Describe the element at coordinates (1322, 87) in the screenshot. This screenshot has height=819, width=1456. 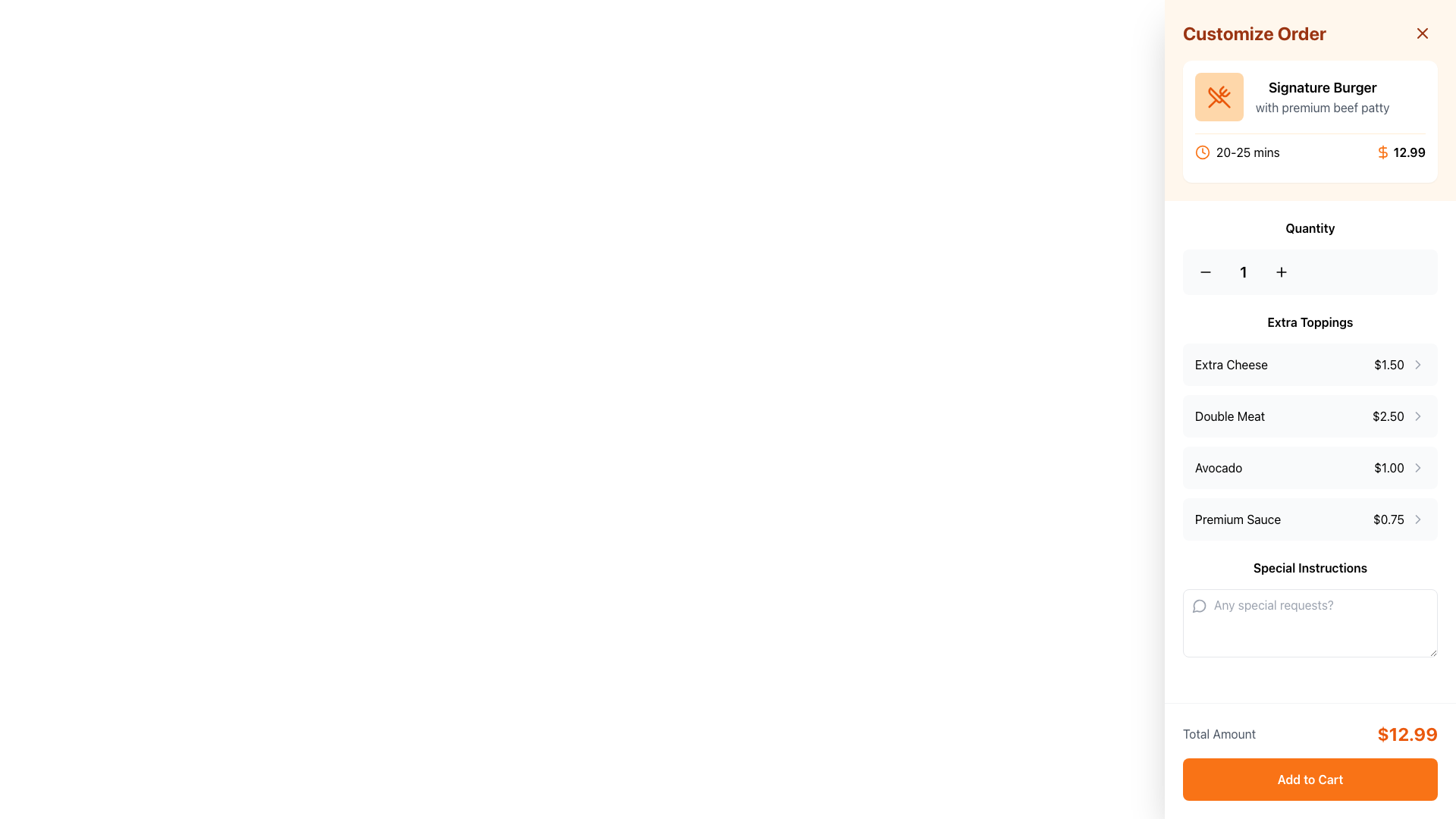
I see `the 'Signature Burger' text label, which is styled in bold and larger font, located at the top of the 'Customize Order' section` at that location.